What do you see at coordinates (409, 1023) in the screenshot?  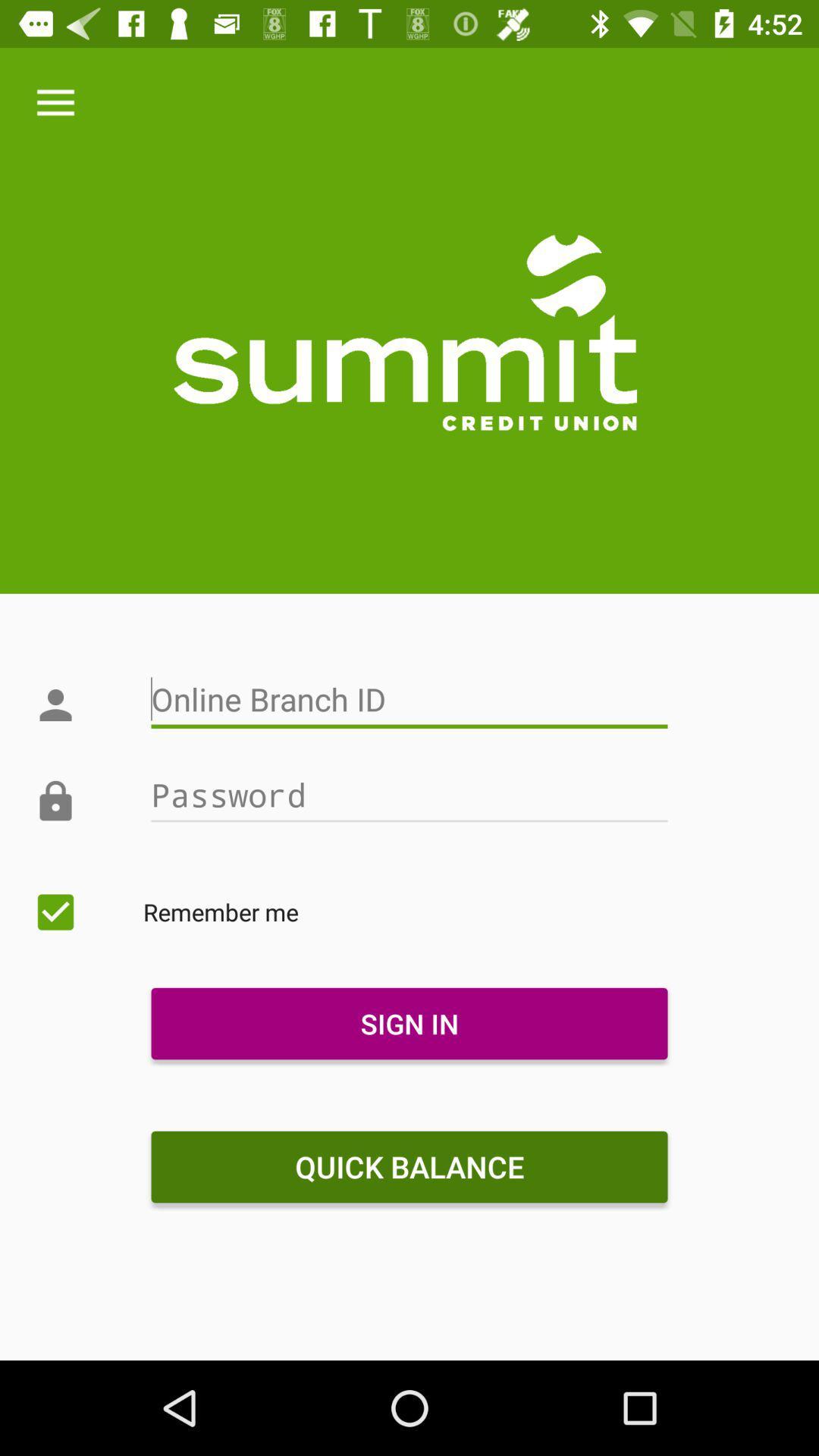 I see `sign in` at bounding box center [409, 1023].